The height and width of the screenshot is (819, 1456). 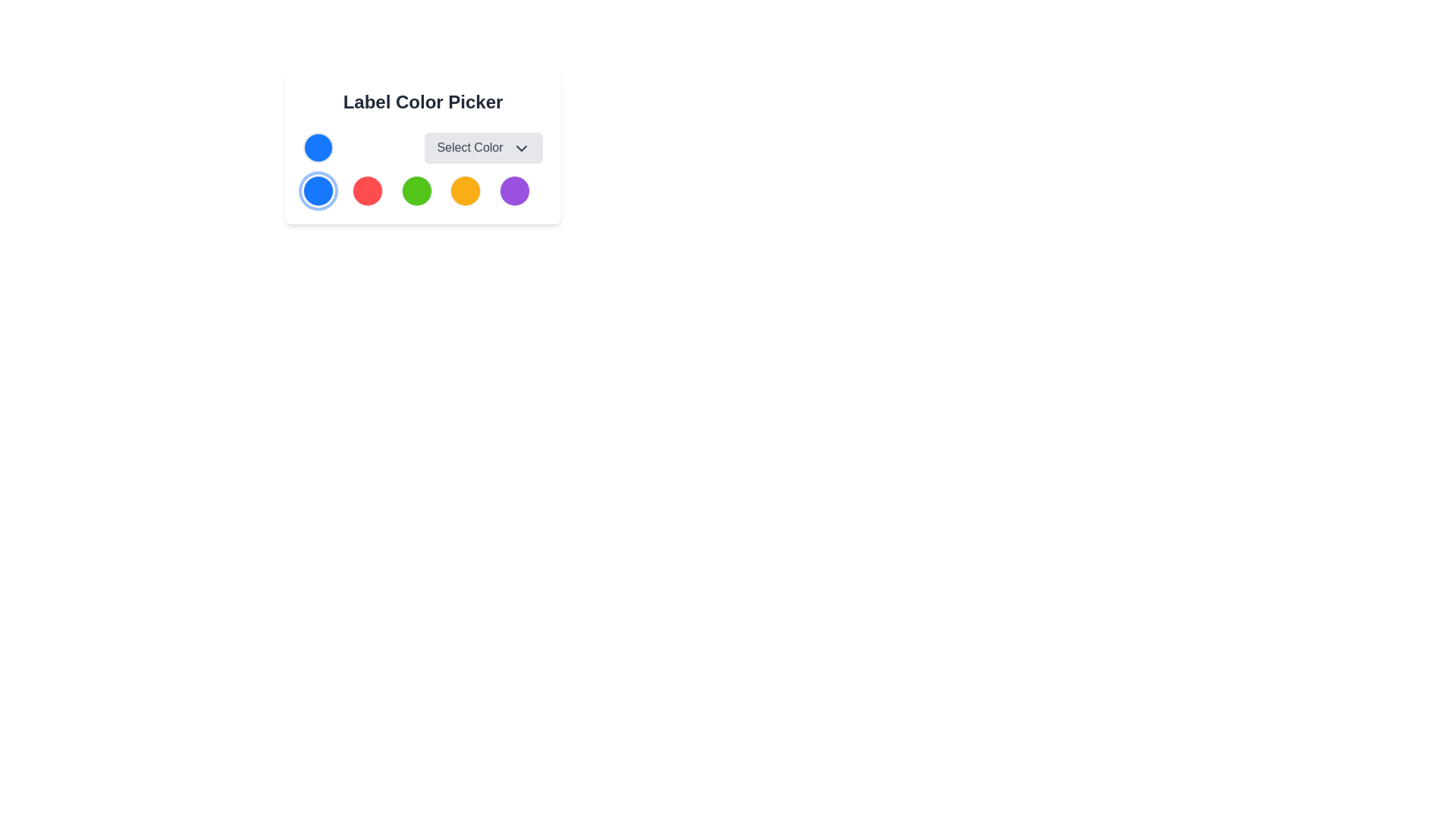 What do you see at coordinates (521, 148) in the screenshot?
I see `the chevron-down icon located at the top-right side of the 'Select Color' button` at bounding box center [521, 148].